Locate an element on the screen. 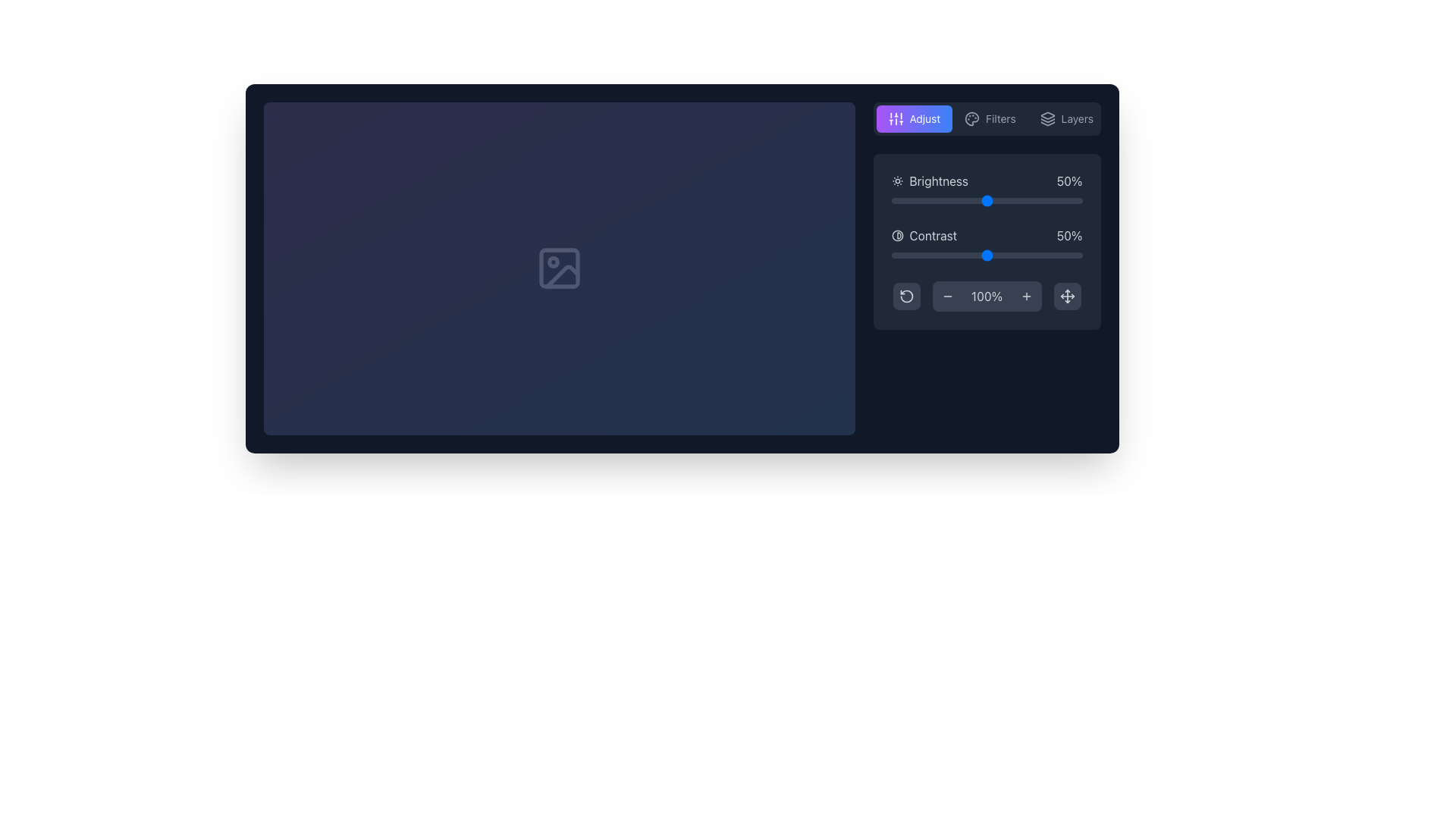 The image size is (1456, 819). the contrast is located at coordinates (979, 254).